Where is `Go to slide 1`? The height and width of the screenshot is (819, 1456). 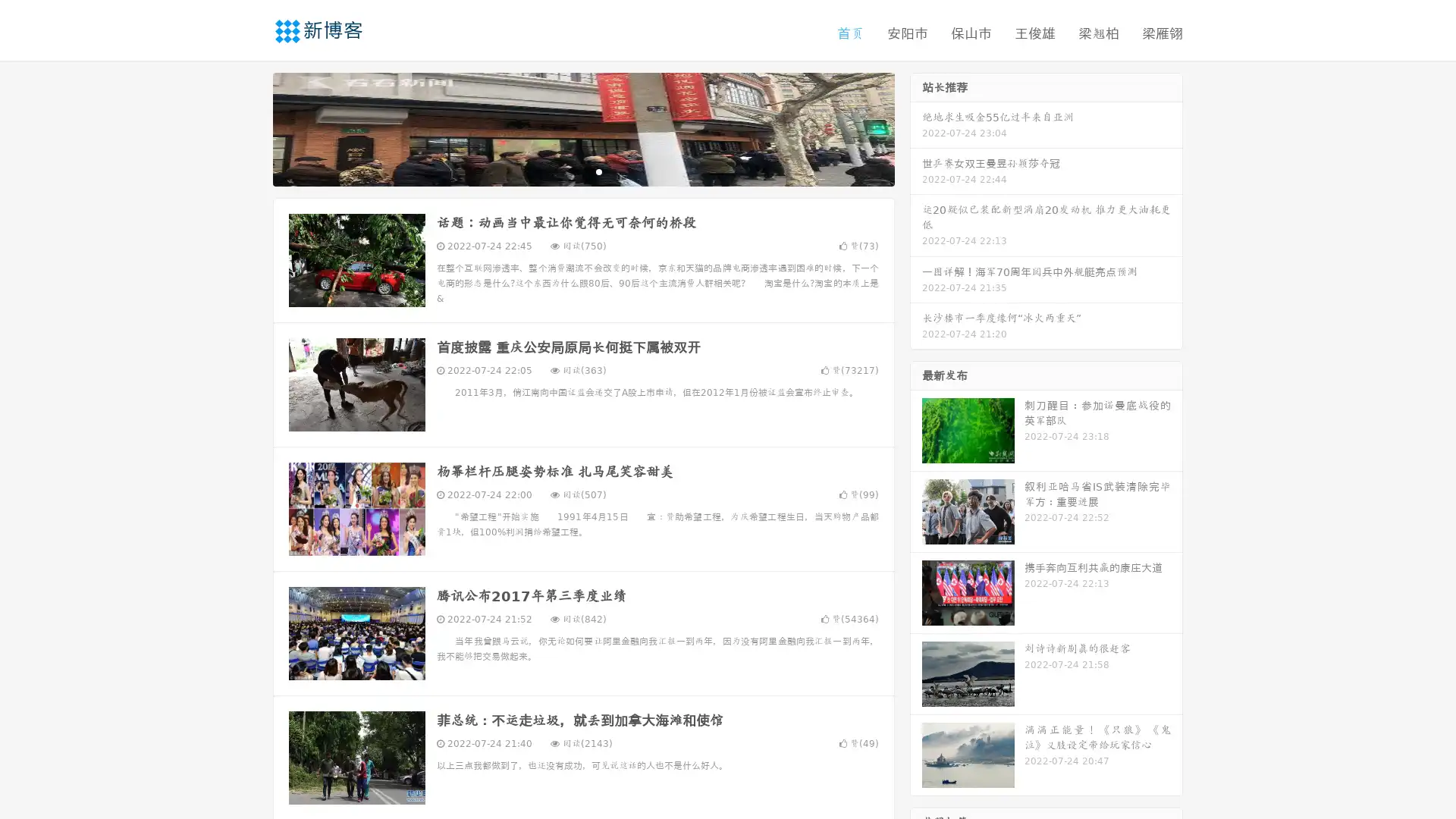
Go to slide 1 is located at coordinates (567, 171).